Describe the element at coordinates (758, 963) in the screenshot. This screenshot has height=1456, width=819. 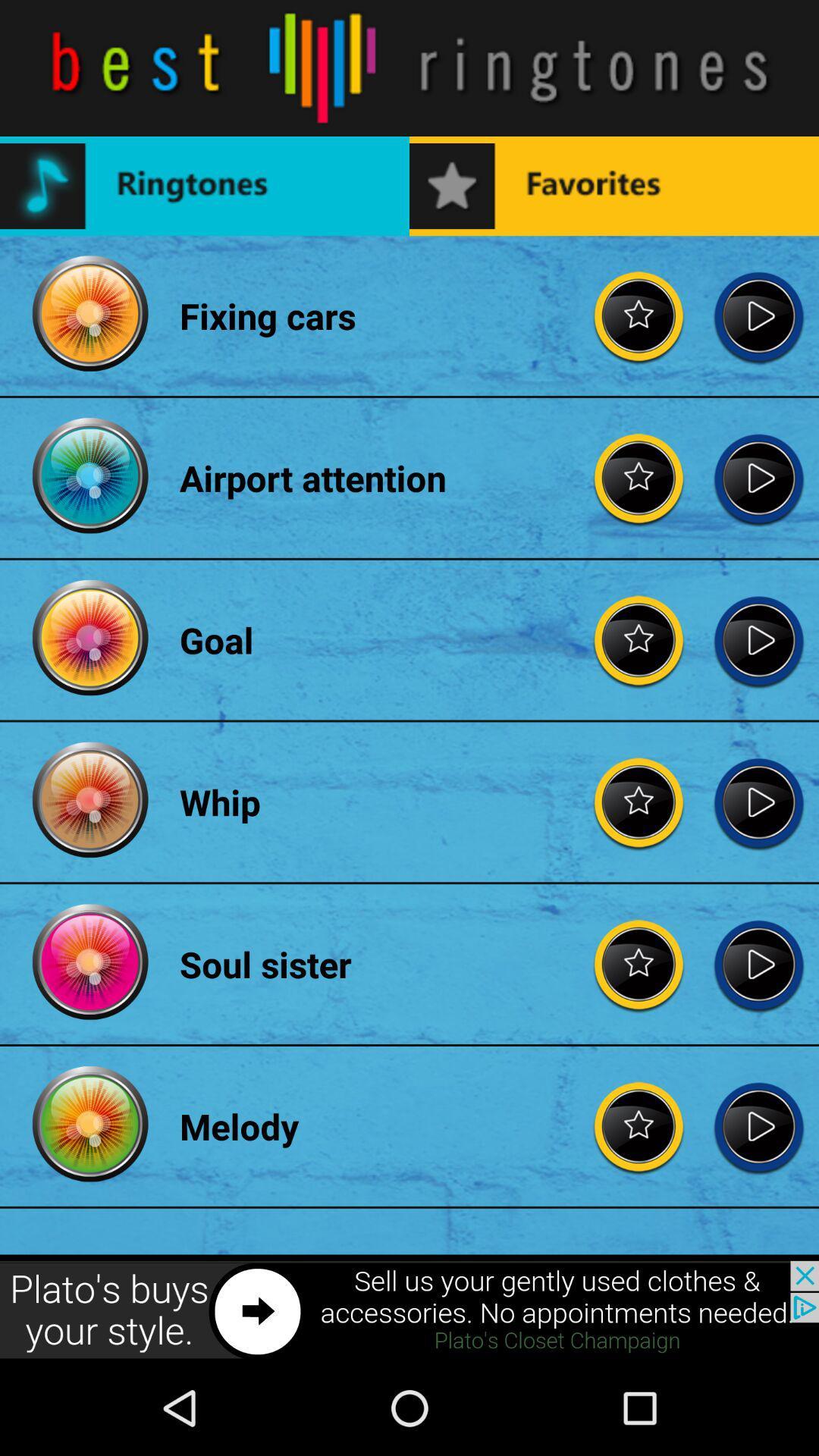
I see `icon` at that location.